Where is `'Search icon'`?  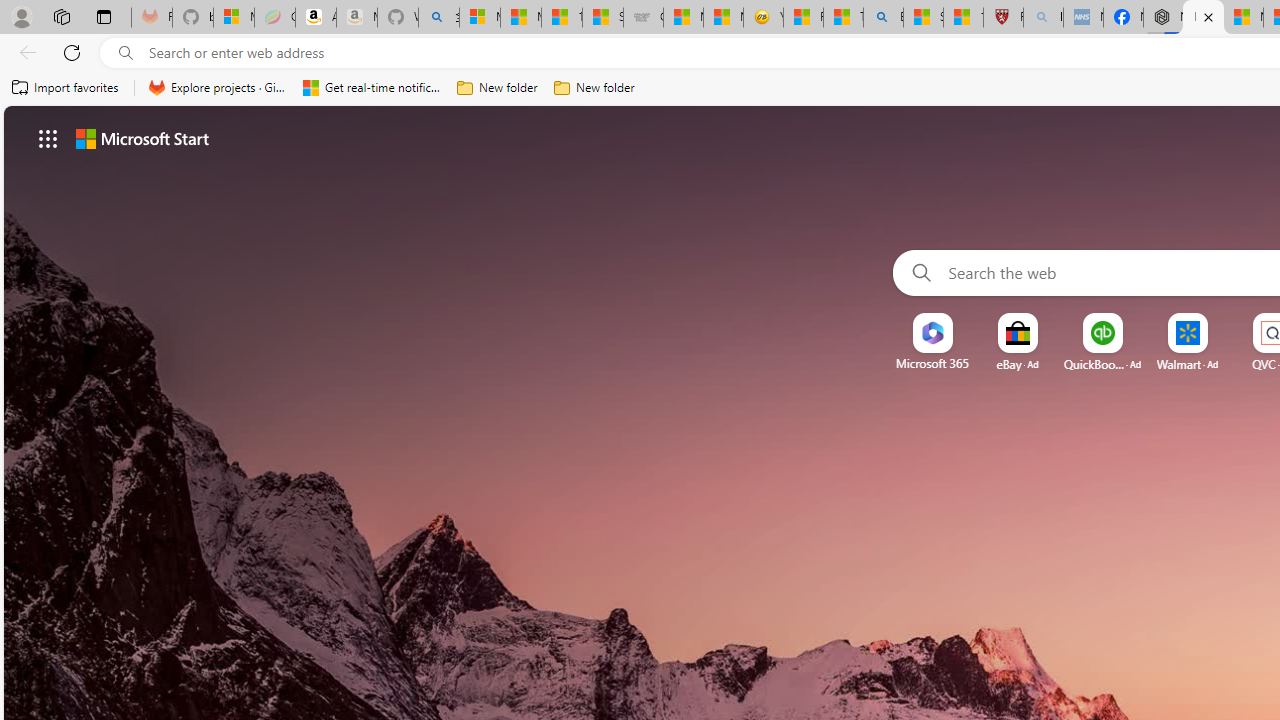 'Search icon' is located at coordinates (125, 52).